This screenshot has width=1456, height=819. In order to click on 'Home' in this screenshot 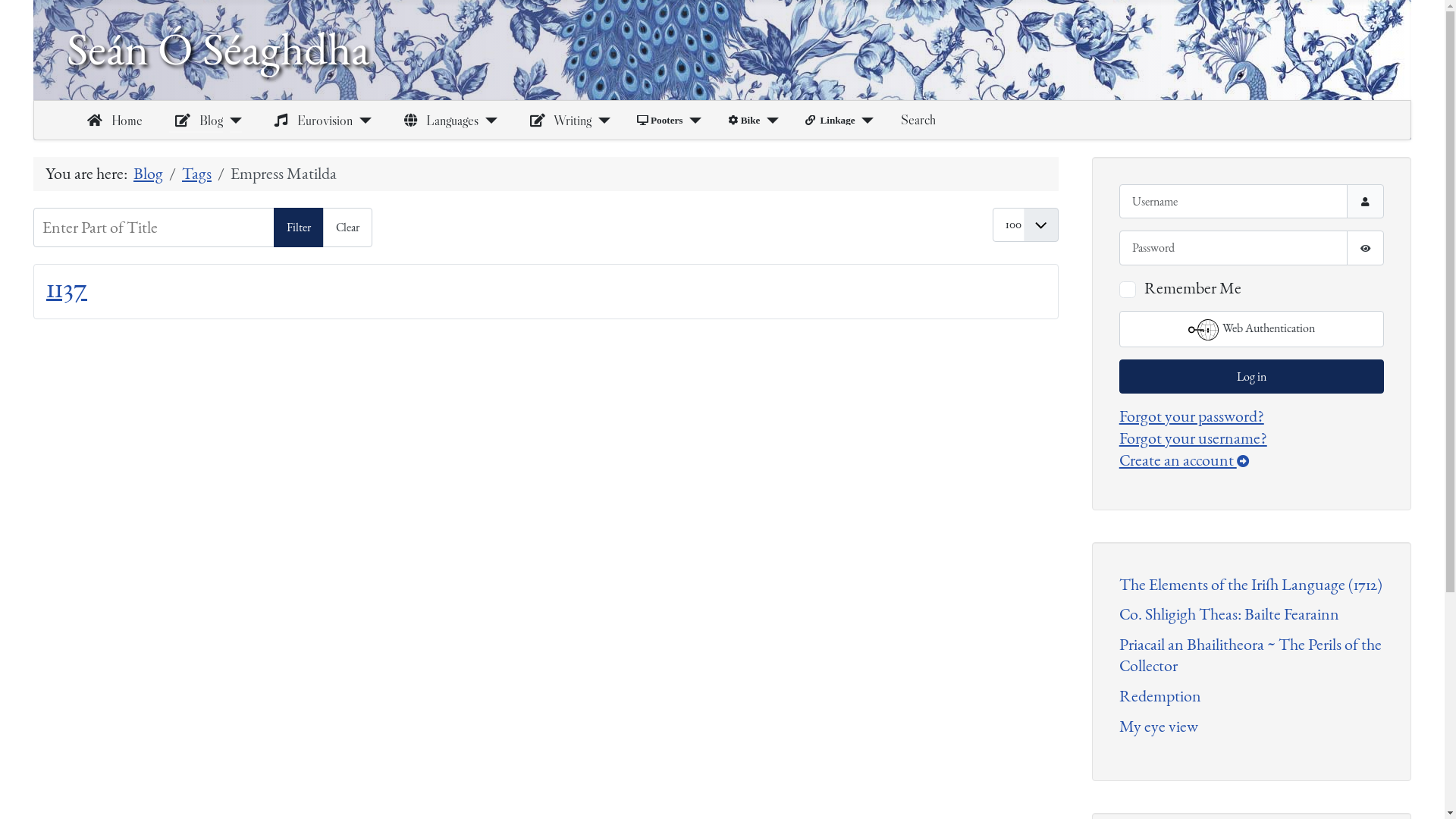, I will do `click(111, 119)`.